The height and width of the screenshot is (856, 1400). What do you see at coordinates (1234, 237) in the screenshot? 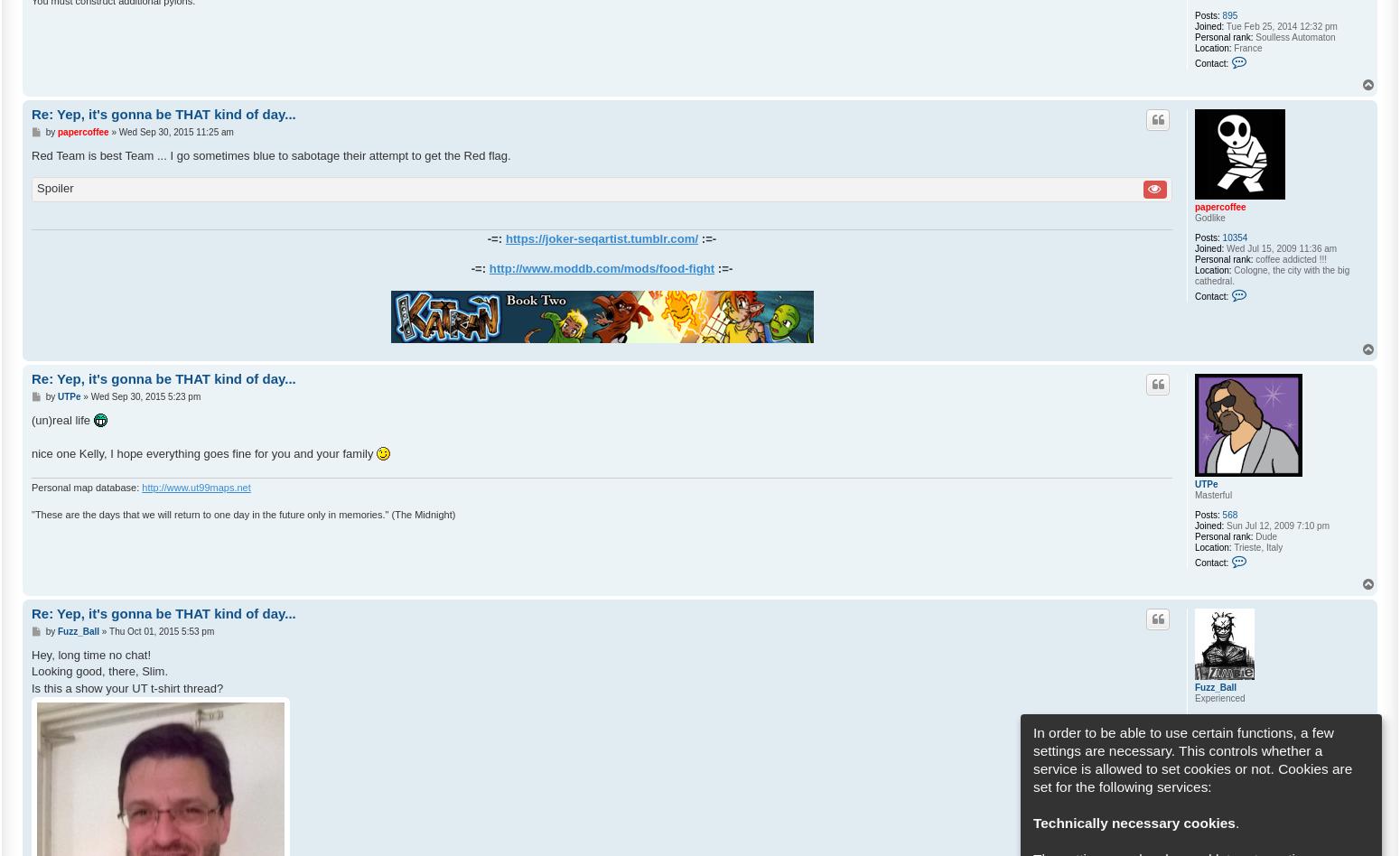
I see `'10354'` at bounding box center [1234, 237].